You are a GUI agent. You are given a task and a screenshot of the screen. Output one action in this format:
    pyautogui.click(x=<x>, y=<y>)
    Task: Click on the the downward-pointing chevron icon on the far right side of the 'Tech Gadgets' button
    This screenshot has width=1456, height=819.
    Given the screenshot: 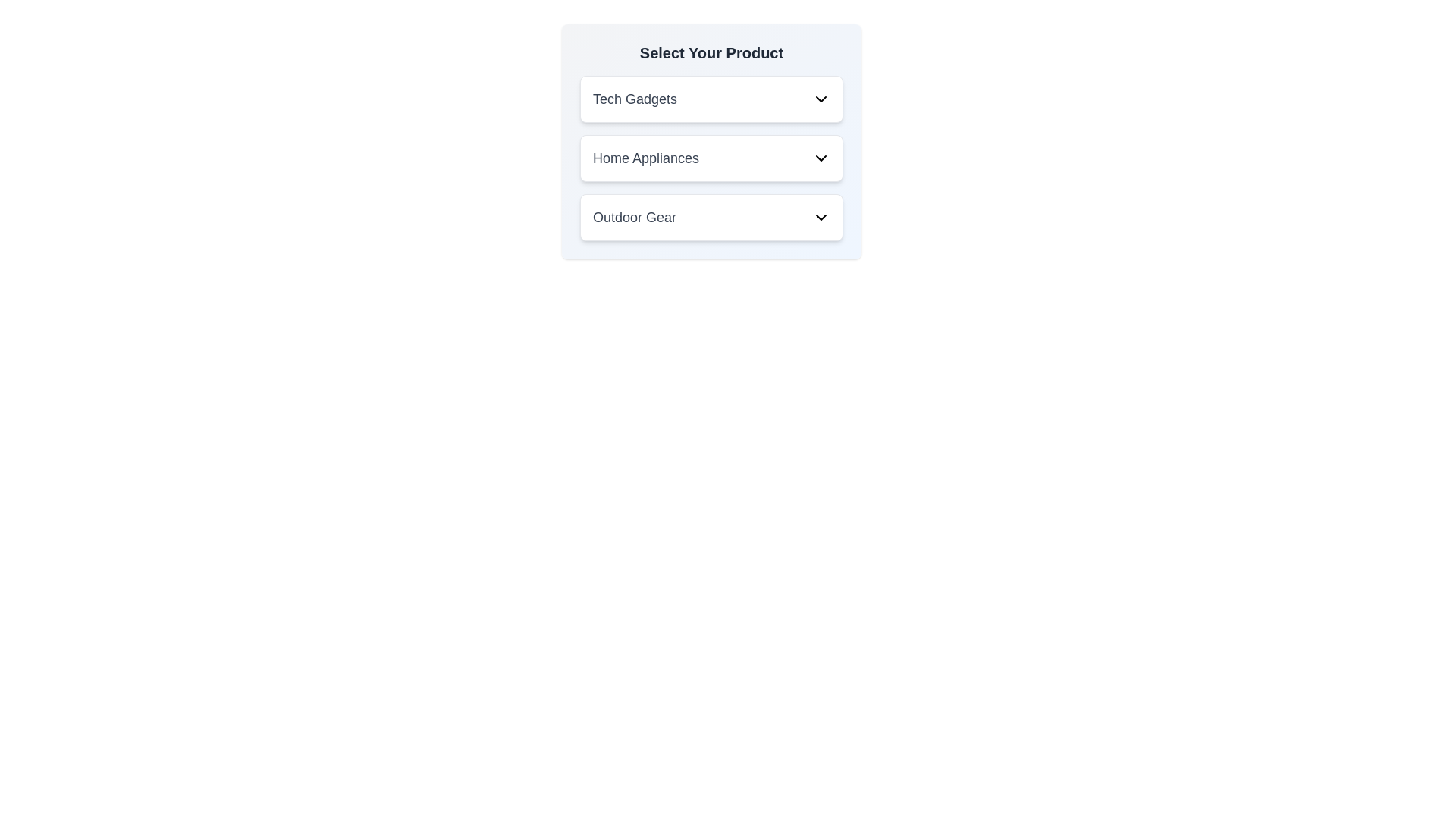 What is the action you would take?
    pyautogui.click(x=821, y=99)
    